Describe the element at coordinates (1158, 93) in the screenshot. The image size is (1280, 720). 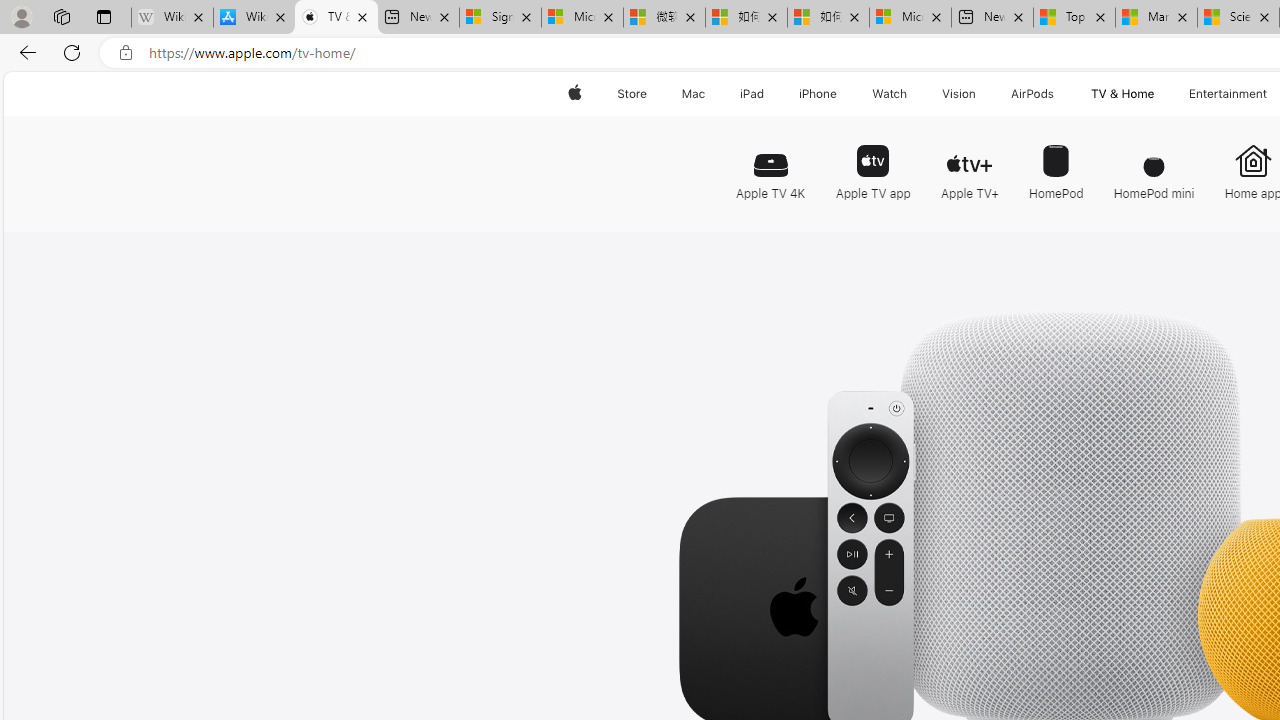
I see `'TV and Home menu'` at that location.